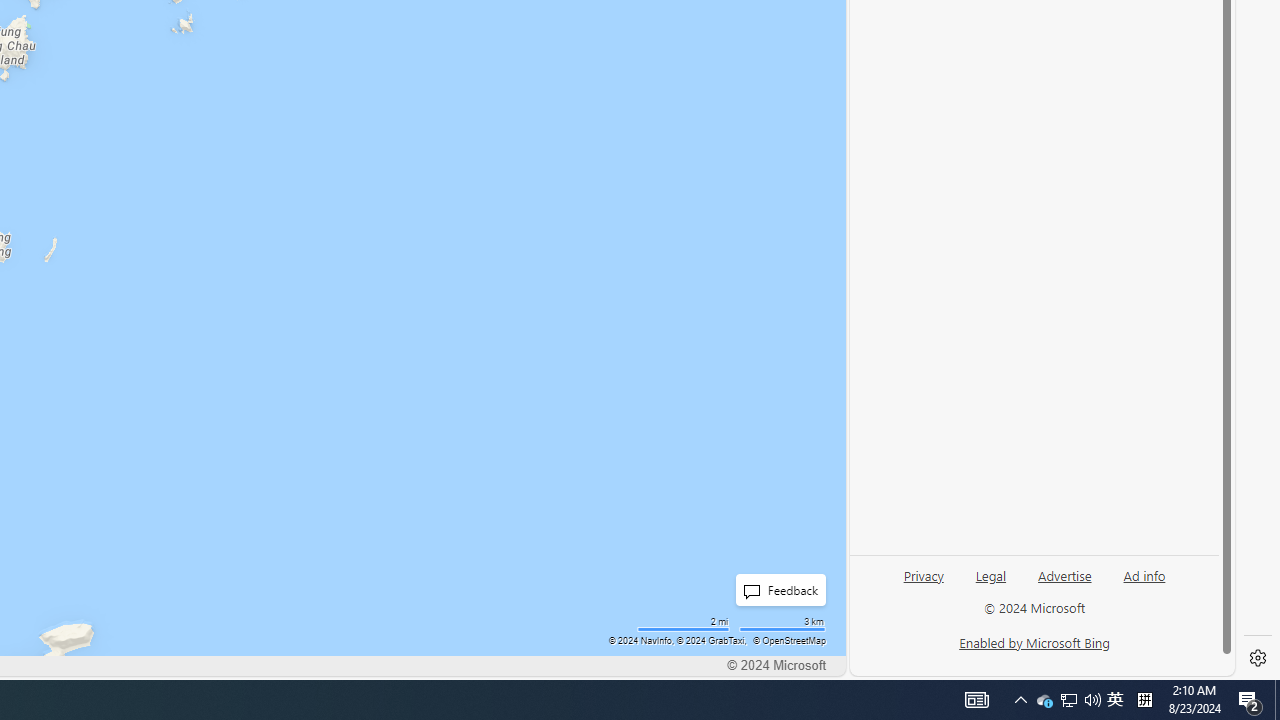 This screenshot has width=1280, height=720. What do you see at coordinates (1063, 583) in the screenshot?
I see `'Advertise'` at bounding box center [1063, 583].